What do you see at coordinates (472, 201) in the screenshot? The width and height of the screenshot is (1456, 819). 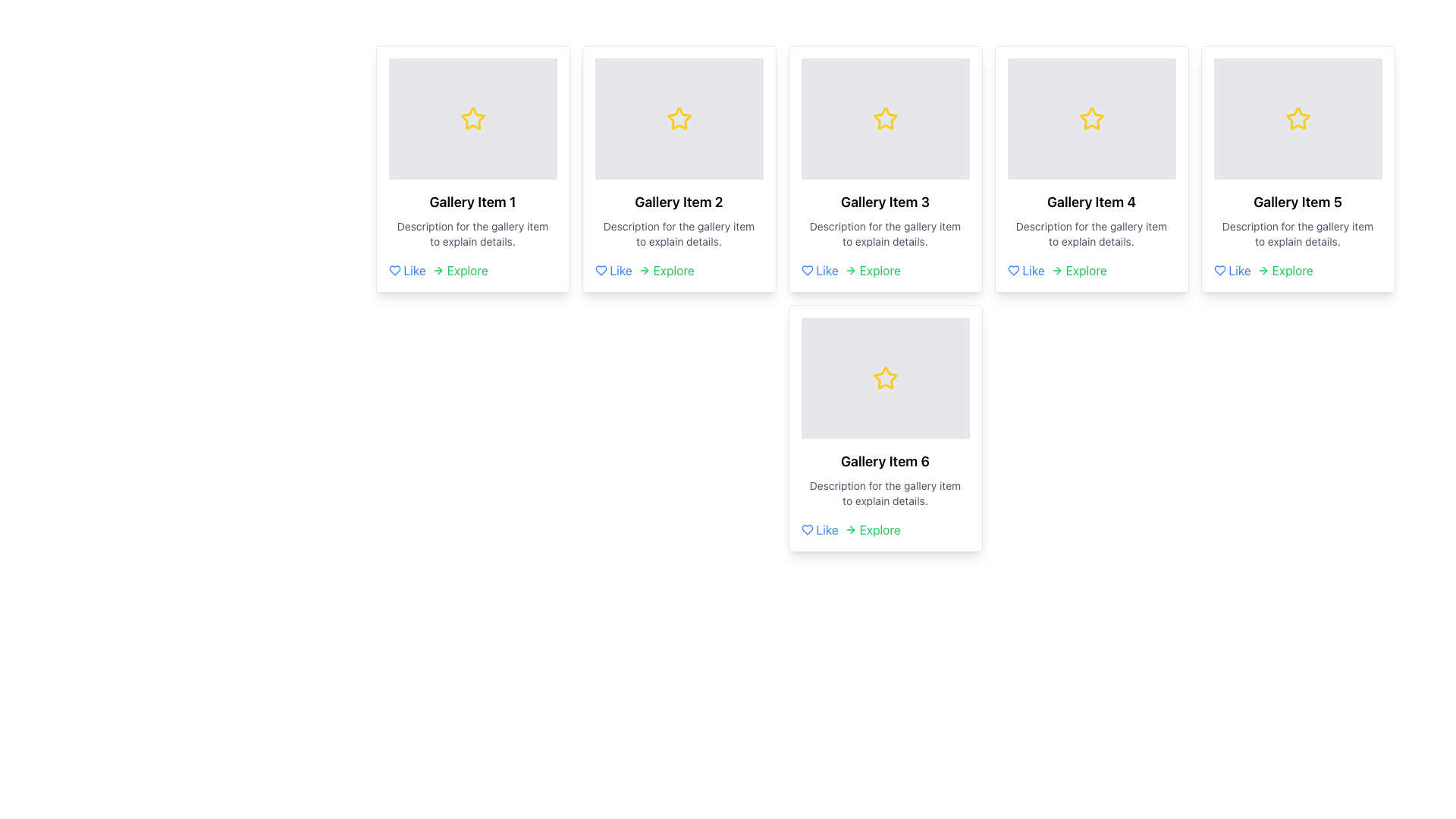 I see `the text label 'Gallery Item 1', which is styled in bold and slightly larger font, located in the upper center area of the gallery card layout` at bounding box center [472, 201].